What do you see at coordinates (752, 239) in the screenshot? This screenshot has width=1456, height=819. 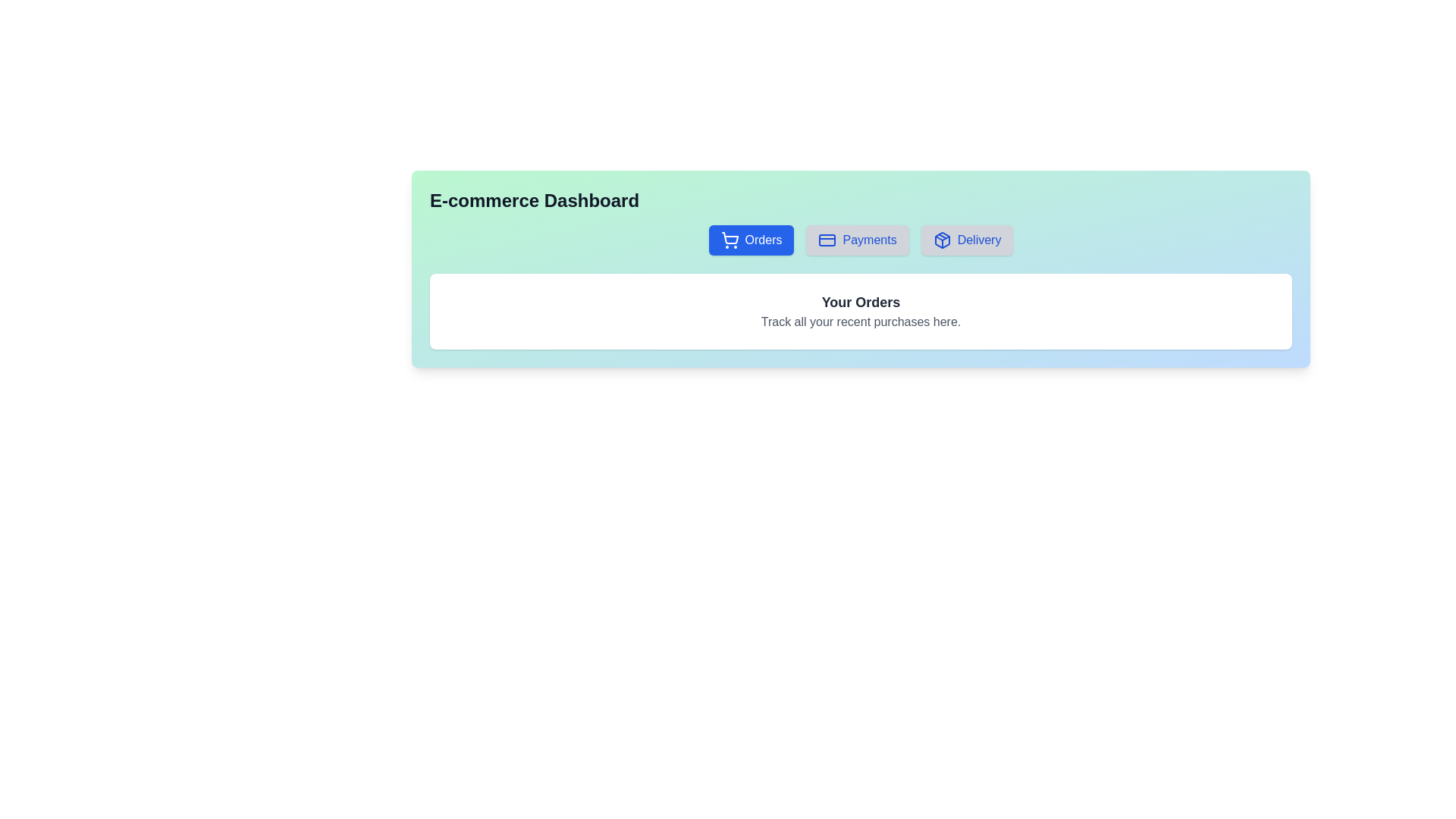 I see `the first button in the group of three buttons aligned horizontally below the 'E-commerce Dashboard' heading` at bounding box center [752, 239].